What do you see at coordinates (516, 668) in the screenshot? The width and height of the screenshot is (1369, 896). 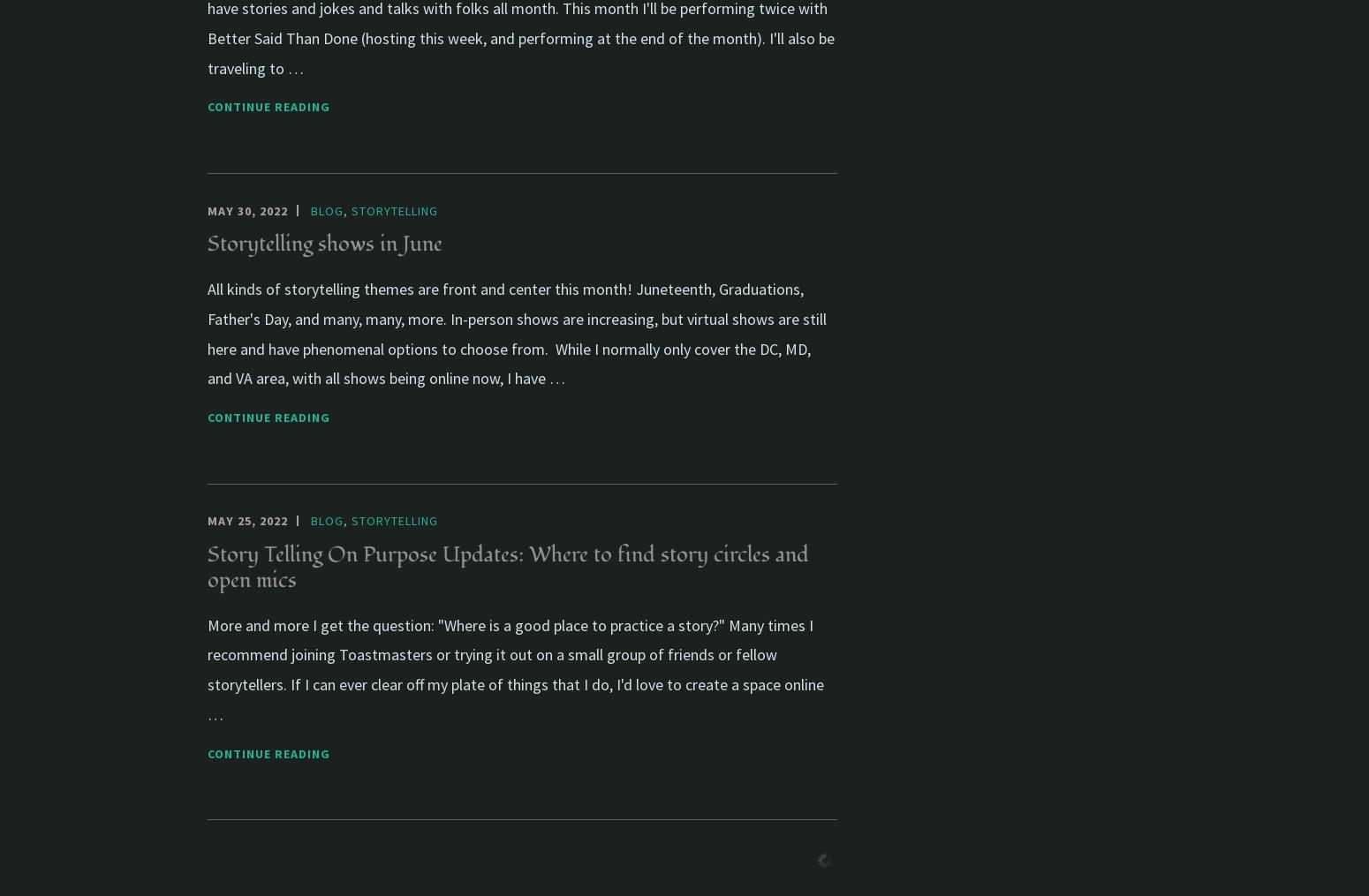 I see `'More and more I get the question: "Where is a good place to practice a story?" Many times I recommend joining Toastmasters or trying it out on a small group of friends or fellow storytellers. If I can ever clear off my plate of things that I do, I'd love to create a space online …'` at bounding box center [516, 668].